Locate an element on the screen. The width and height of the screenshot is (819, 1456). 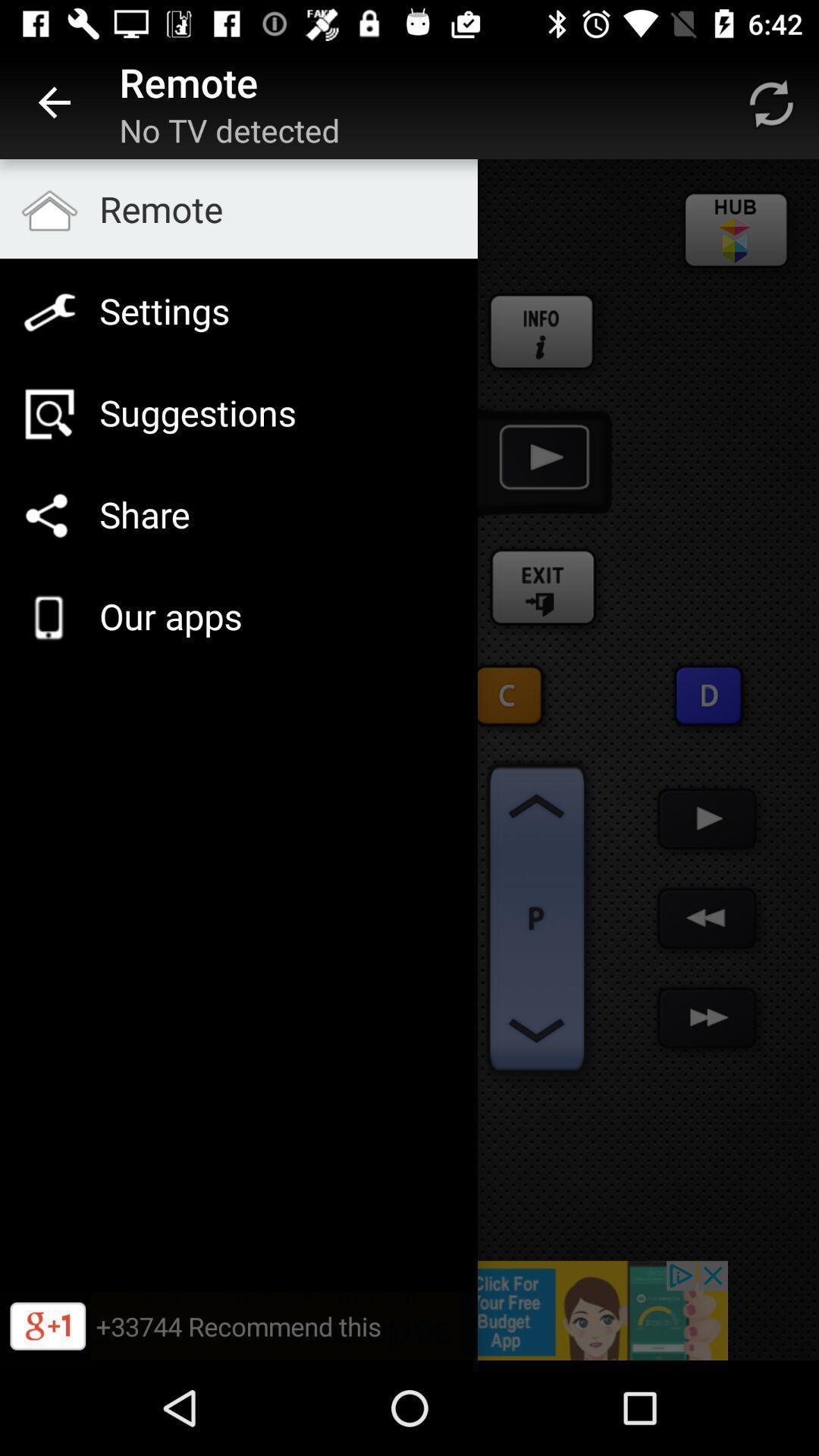
the facebook icon is located at coordinates (542, 332).